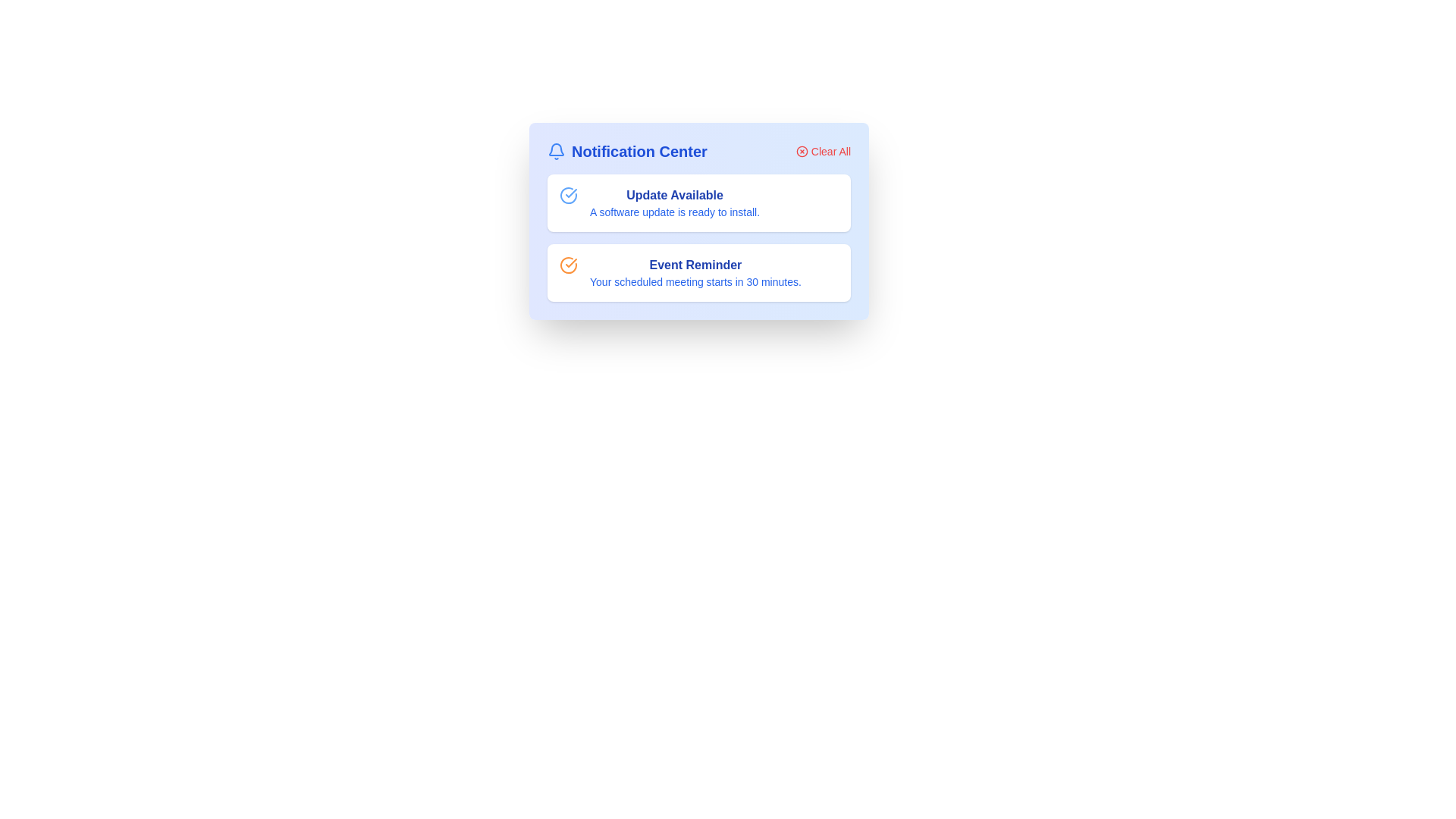 Image resolution: width=1456 pixels, height=819 pixels. Describe the element at coordinates (698, 271) in the screenshot. I see `the Notification card element titled 'Event Reminder' which is the second card in the Notification Center, featuring a white background, rounded corners, and an orange checkmark icon` at that location.